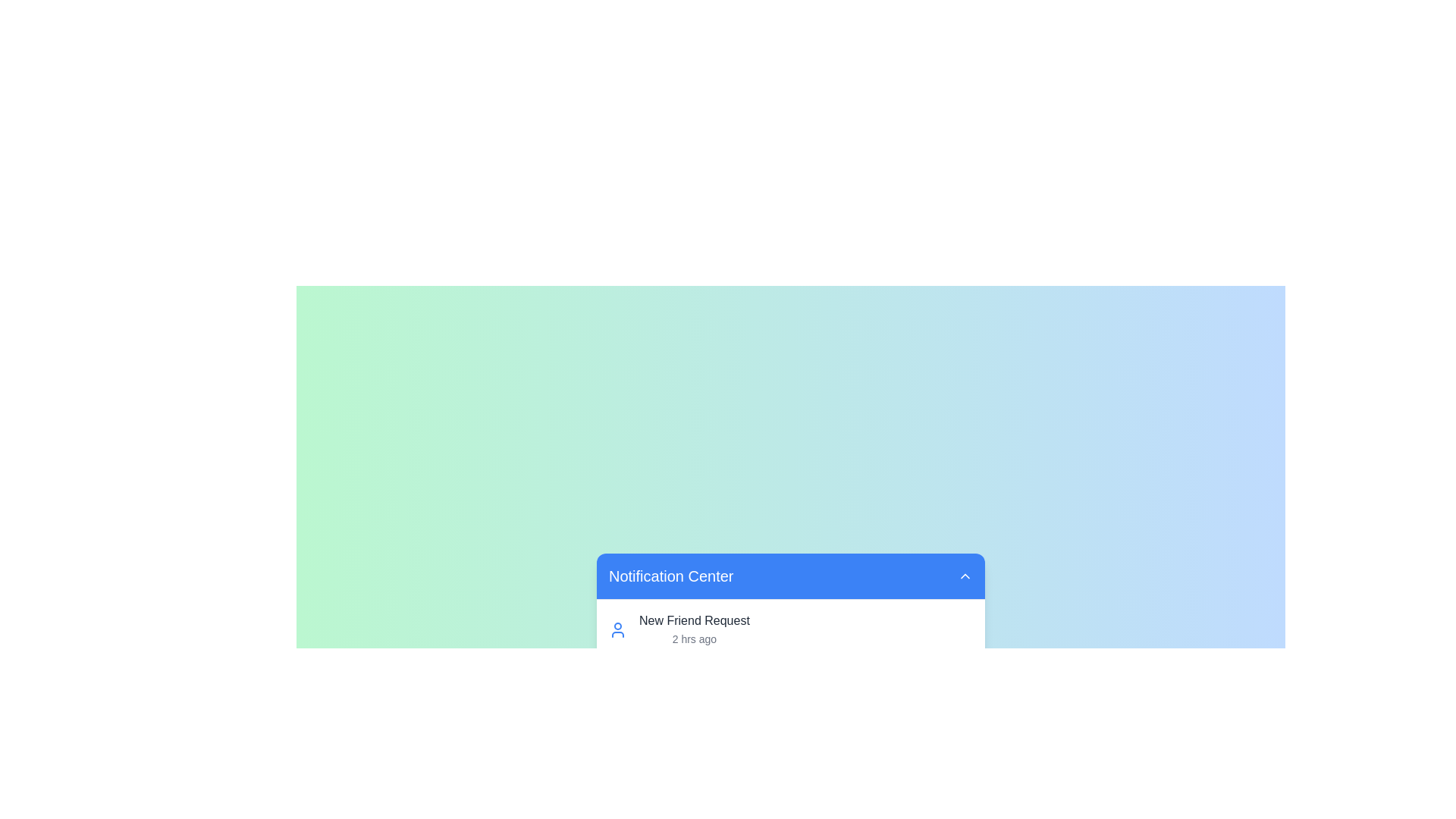  I want to click on the chevron button to toggle the visibility of the notification list, so click(964, 576).